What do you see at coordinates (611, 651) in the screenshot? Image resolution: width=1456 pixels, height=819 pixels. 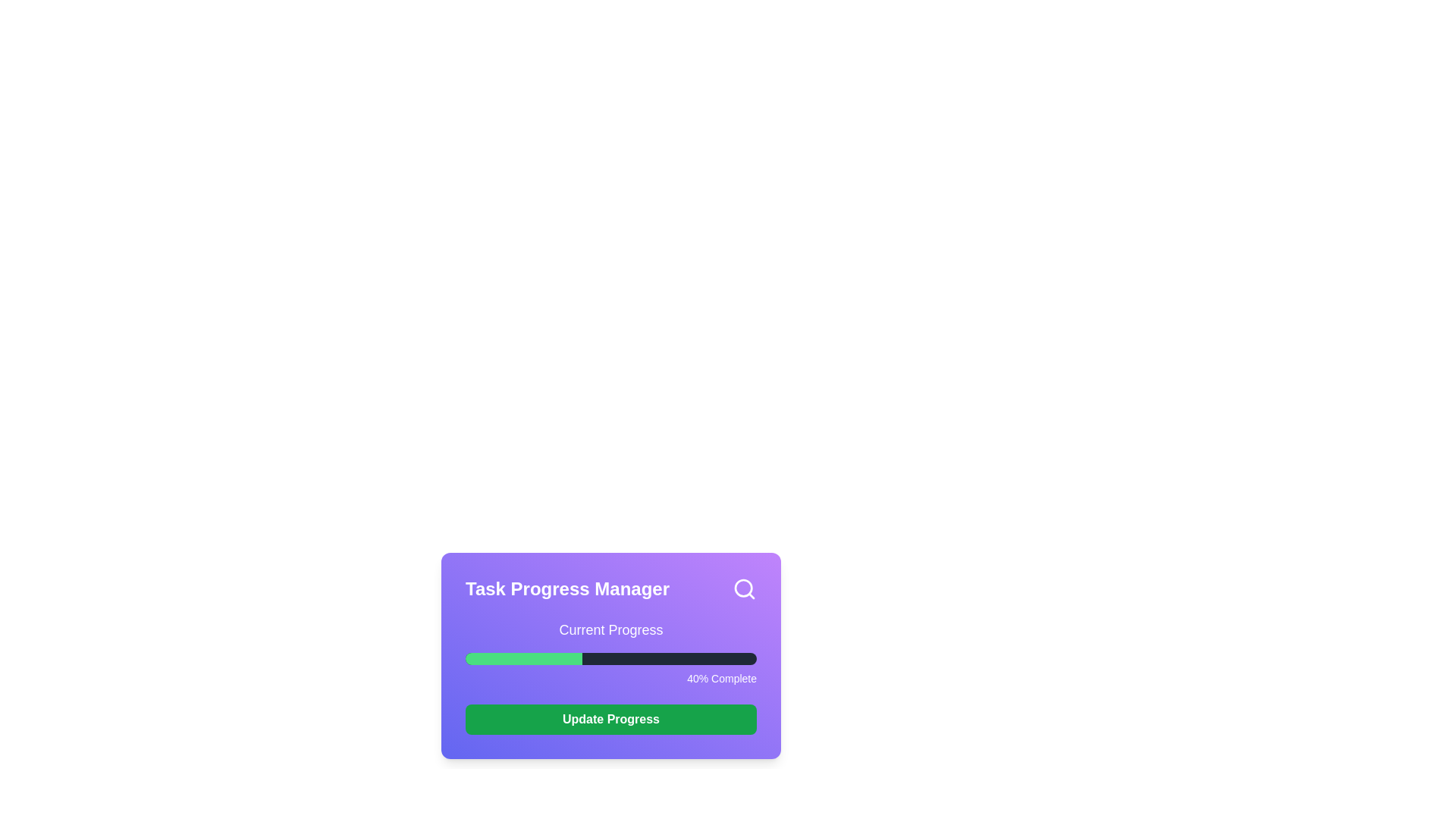 I see `the progress bar labeled 'Current Progress' which visually represents the task's completion with a green and gray segment, located in the 'Task Progress Manager'` at bounding box center [611, 651].